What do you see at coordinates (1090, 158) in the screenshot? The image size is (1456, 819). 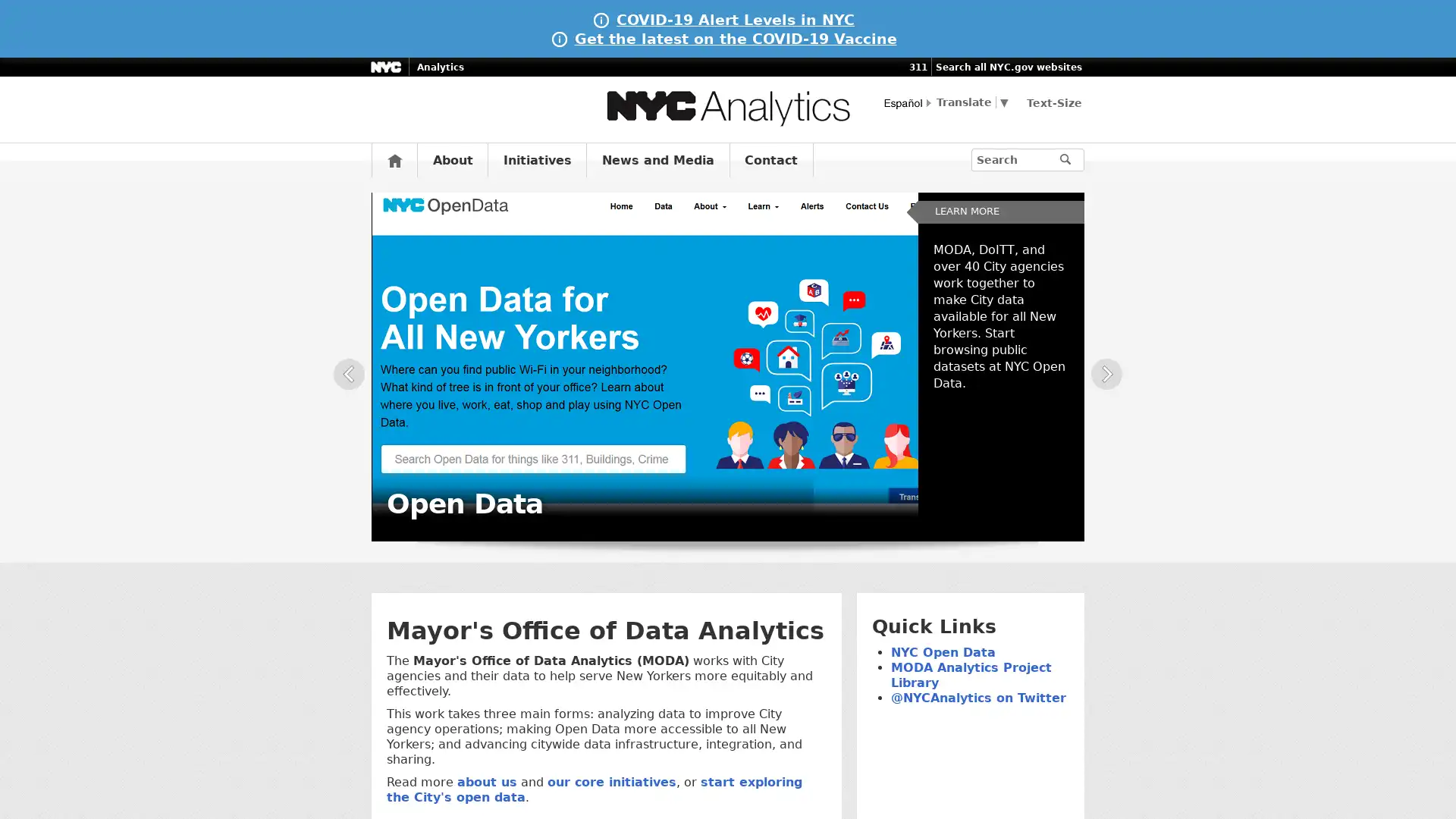 I see `Submit` at bounding box center [1090, 158].